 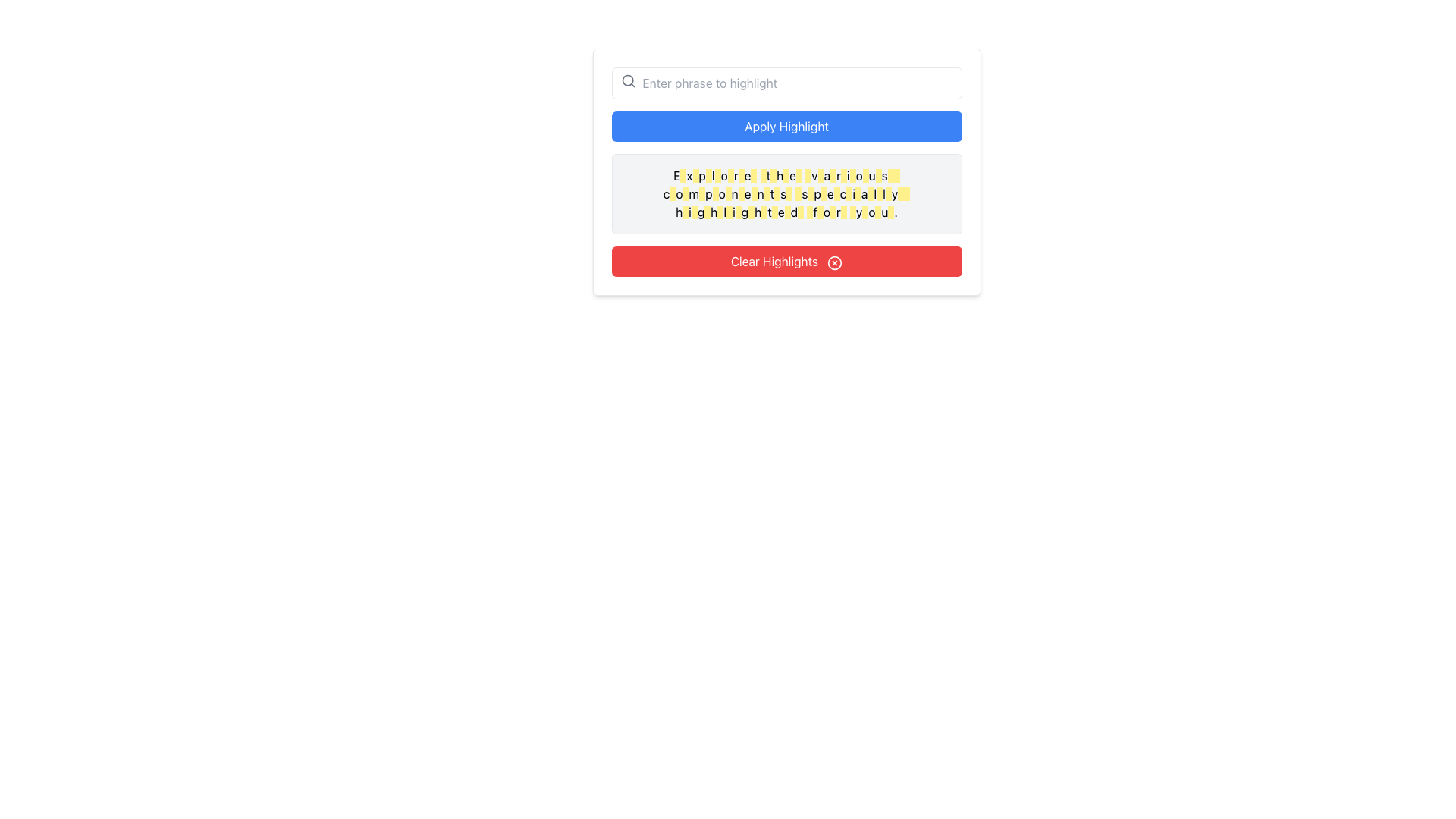 I want to click on the small rectangular highlight with a yellow background and dark yellow text, located in the bottom-right corner of the text reading 'Explore the various components specially highlighted for you.', so click(x=891, y=212).